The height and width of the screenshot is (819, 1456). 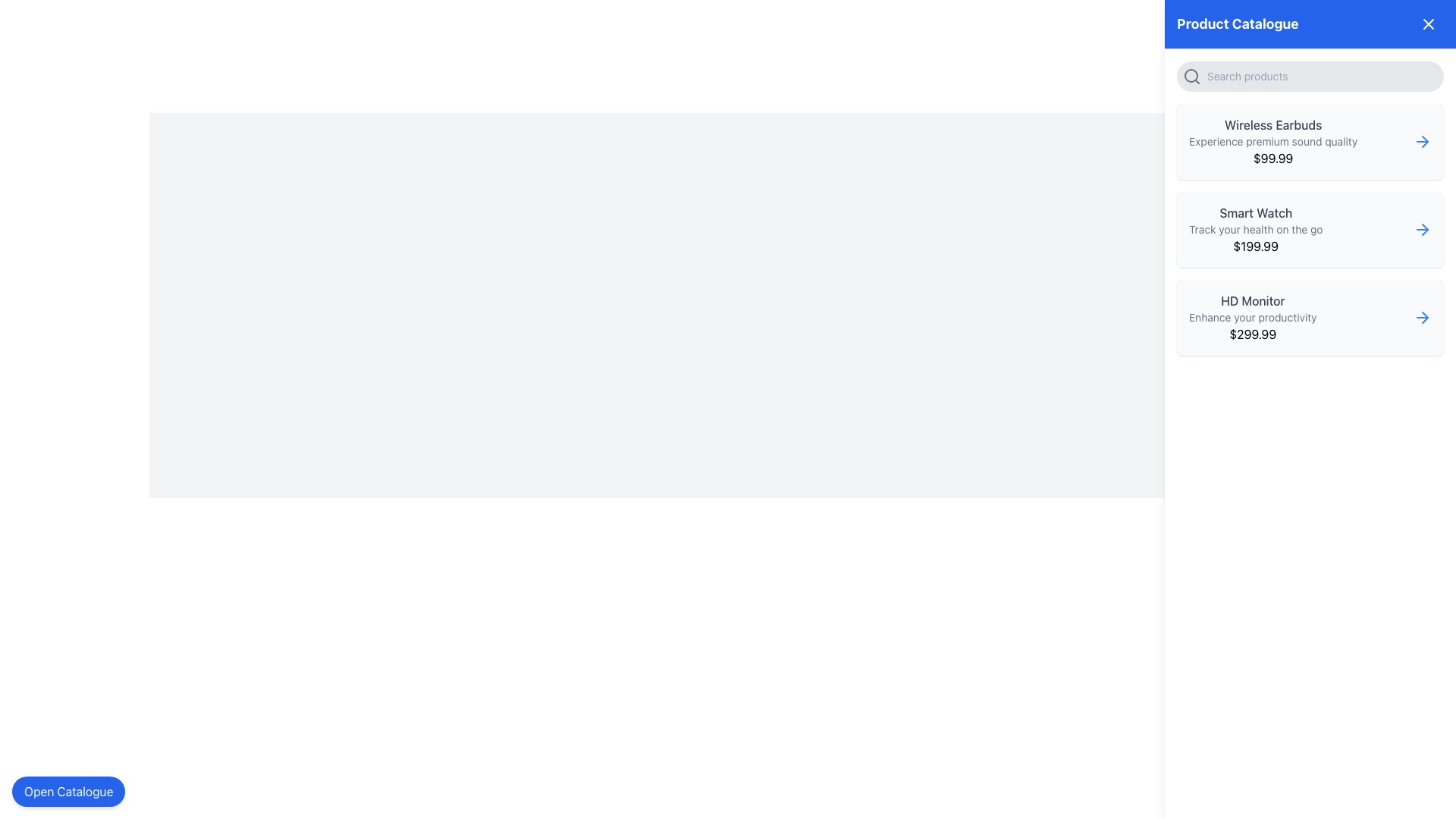 What do you see at coordinates (1256, 230) in the screenshot?
I see `the text label displaying 'Track your health on the go', which is positioned beneath the heading 'Smart Watch' and above the price information '$199.99'` at bounding box center [1256, 230].